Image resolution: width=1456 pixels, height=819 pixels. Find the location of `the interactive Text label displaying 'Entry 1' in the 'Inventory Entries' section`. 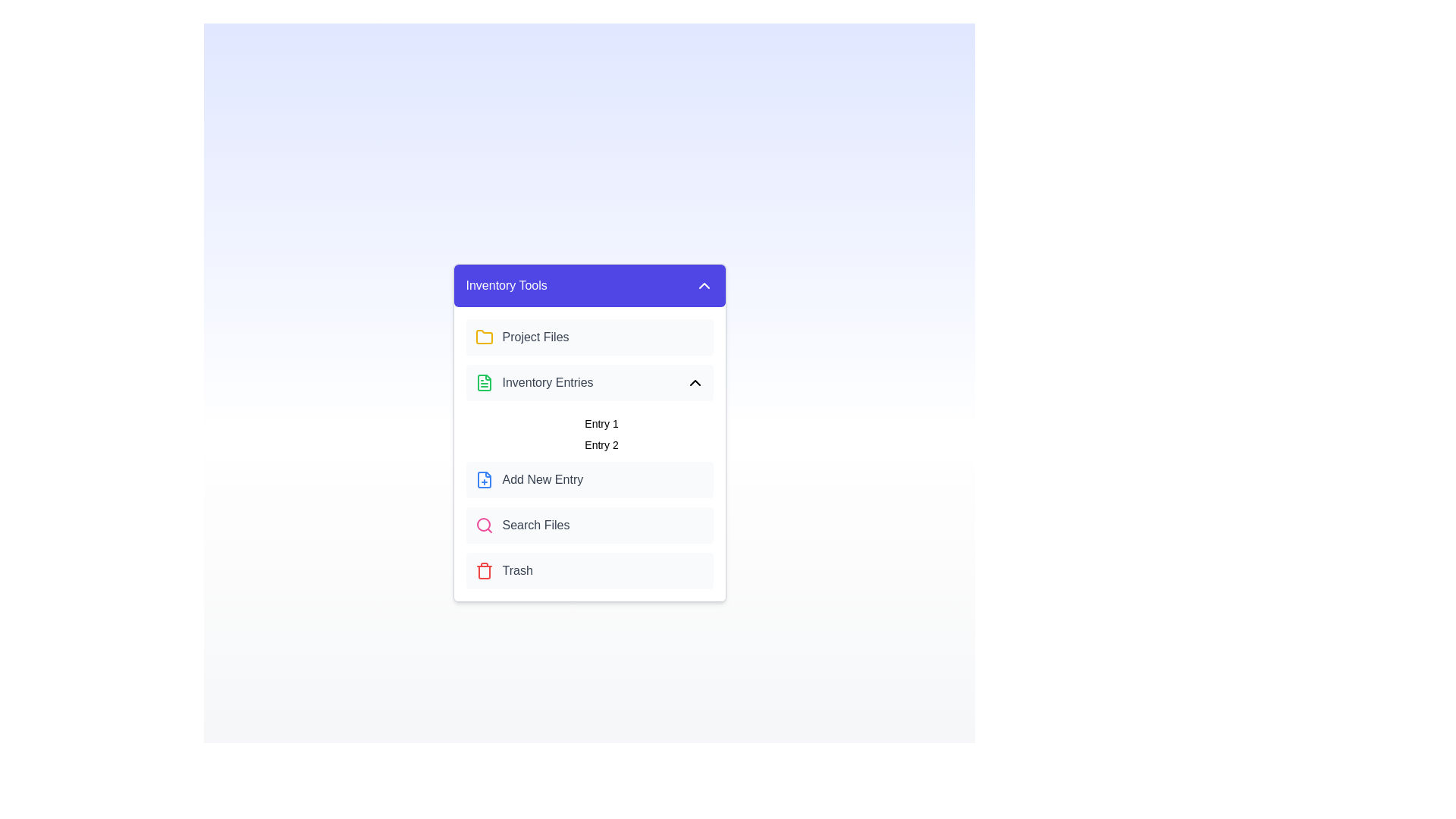

the interactive Text label displaying 'Entry 1' in the 'Inventory Entries' section is located at coordinates (601, 424).